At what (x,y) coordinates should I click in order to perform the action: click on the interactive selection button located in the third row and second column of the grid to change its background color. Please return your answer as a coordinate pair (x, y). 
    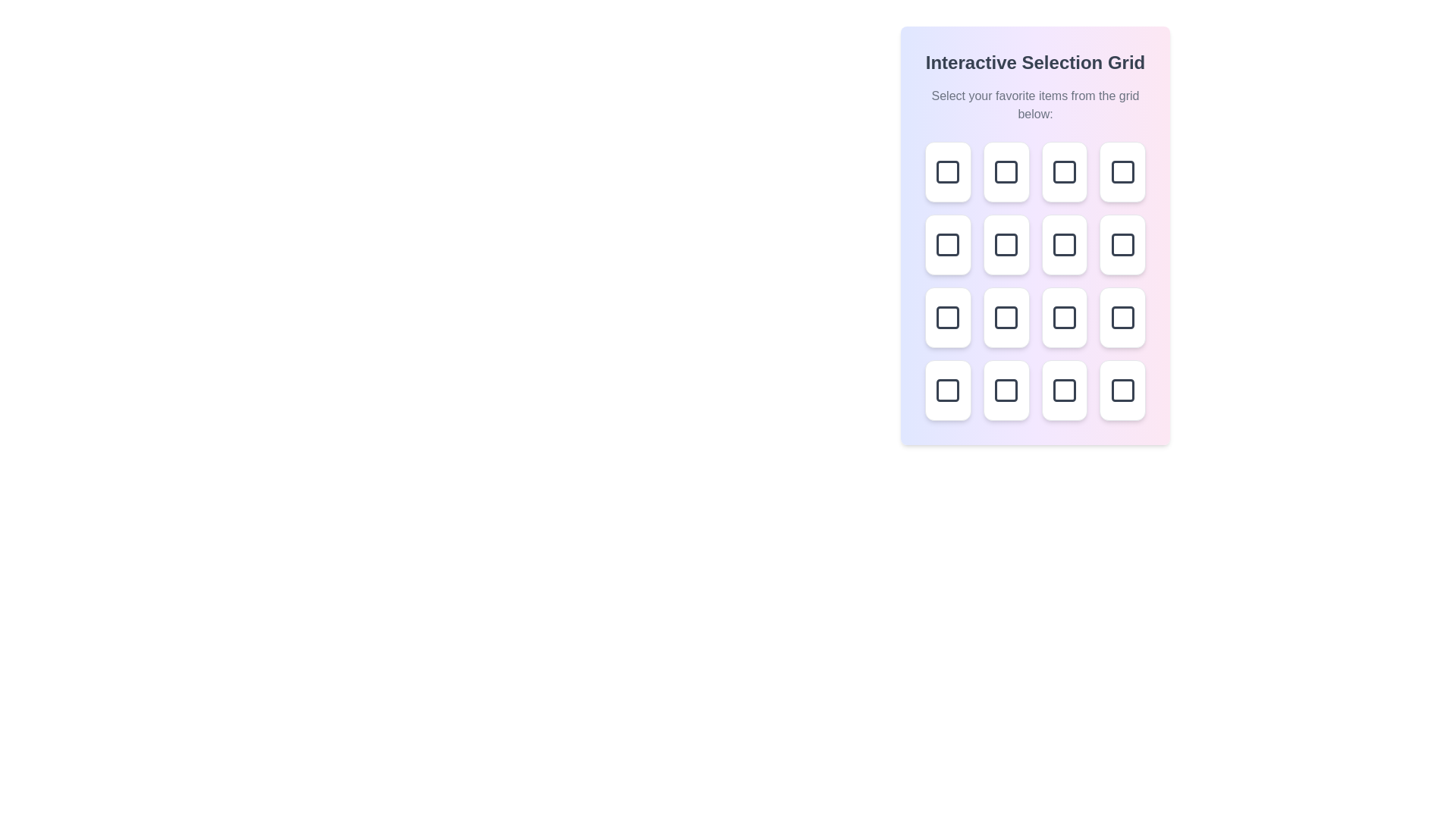
    Looking at the image, I should click on (1006, 317).